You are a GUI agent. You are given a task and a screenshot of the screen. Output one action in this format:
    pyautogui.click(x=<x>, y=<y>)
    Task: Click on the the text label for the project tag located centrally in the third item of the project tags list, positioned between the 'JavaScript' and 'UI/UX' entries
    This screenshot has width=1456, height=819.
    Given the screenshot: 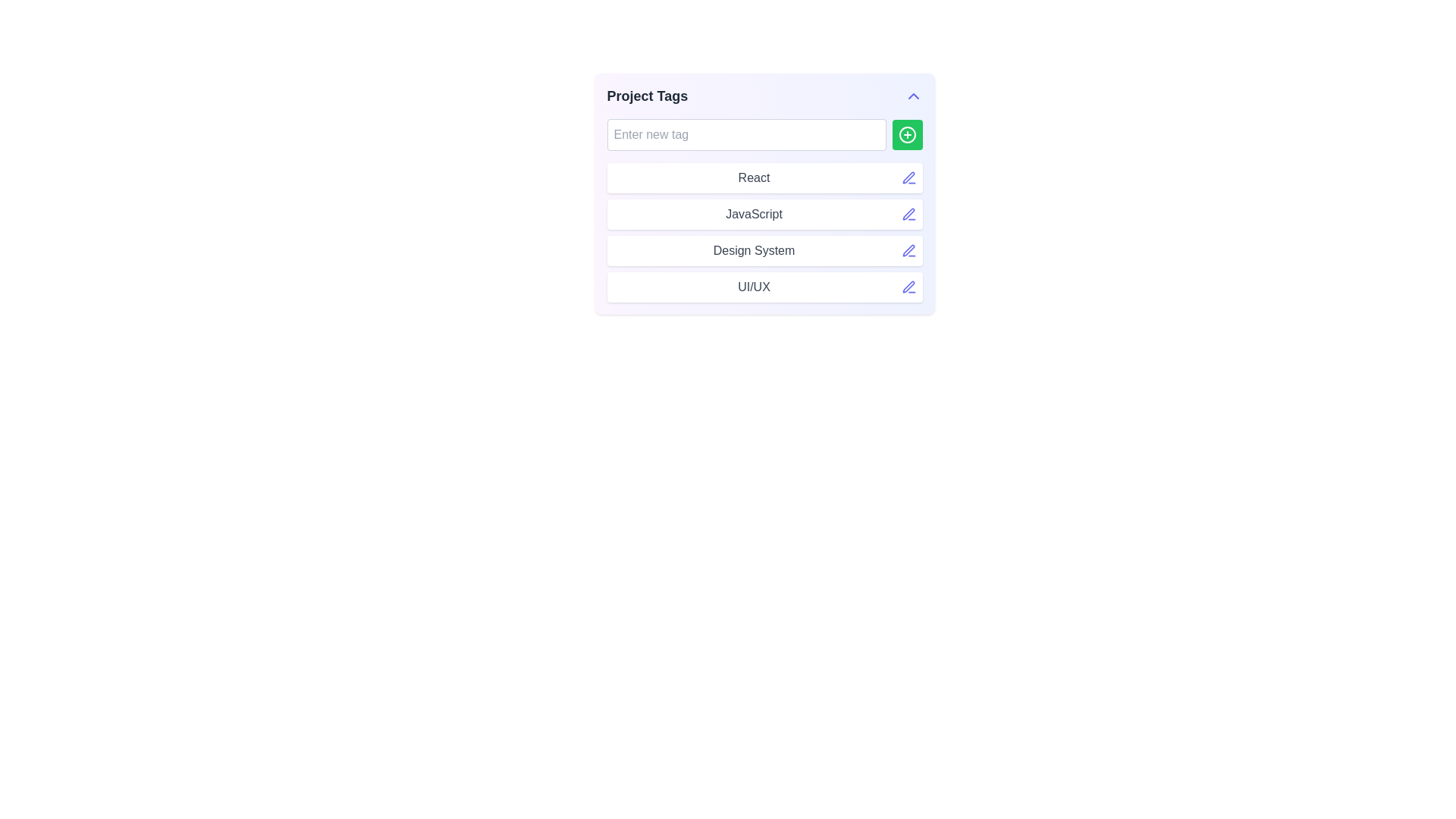 What is the action you would take?
    pyautogui.click(x=754, y=250)
    